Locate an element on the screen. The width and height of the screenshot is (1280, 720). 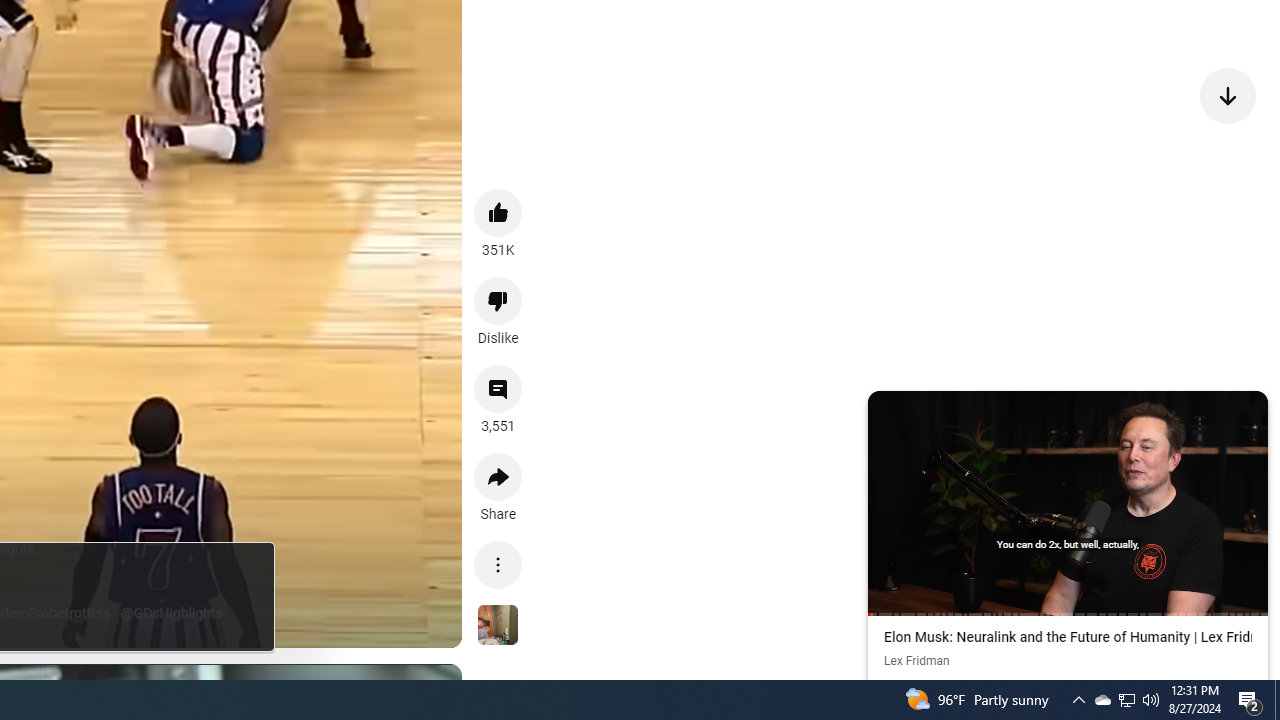
'See more videos using this sound' is located at coordinates (497, 625).